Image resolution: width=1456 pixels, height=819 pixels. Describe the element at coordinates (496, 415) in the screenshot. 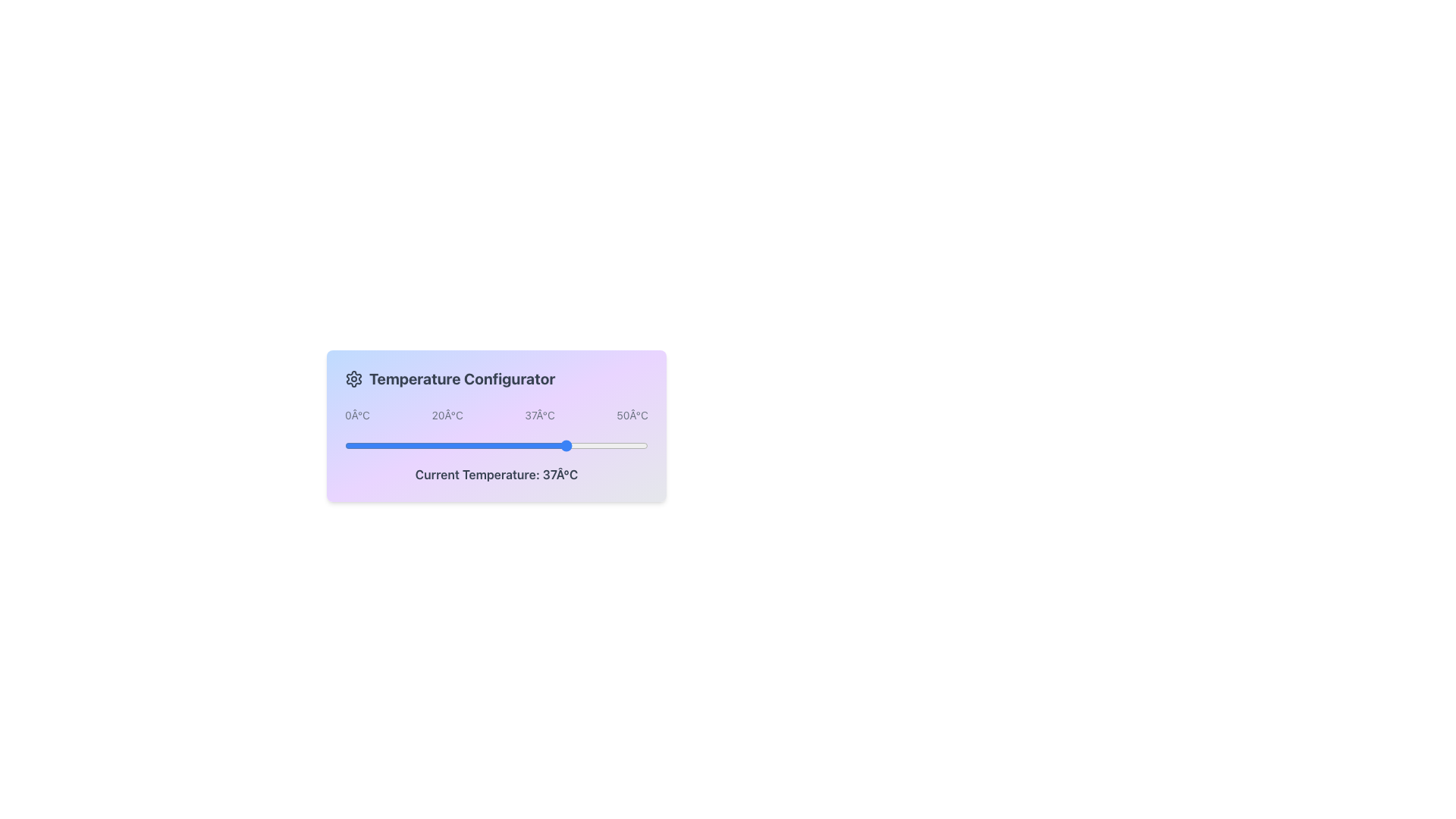

I see `the horizontal layout of temperature labels '0°C', '20°C', '37°C', and '50°C' which is styled in gray against a light gradient background, positioned above a range slider` at that location.